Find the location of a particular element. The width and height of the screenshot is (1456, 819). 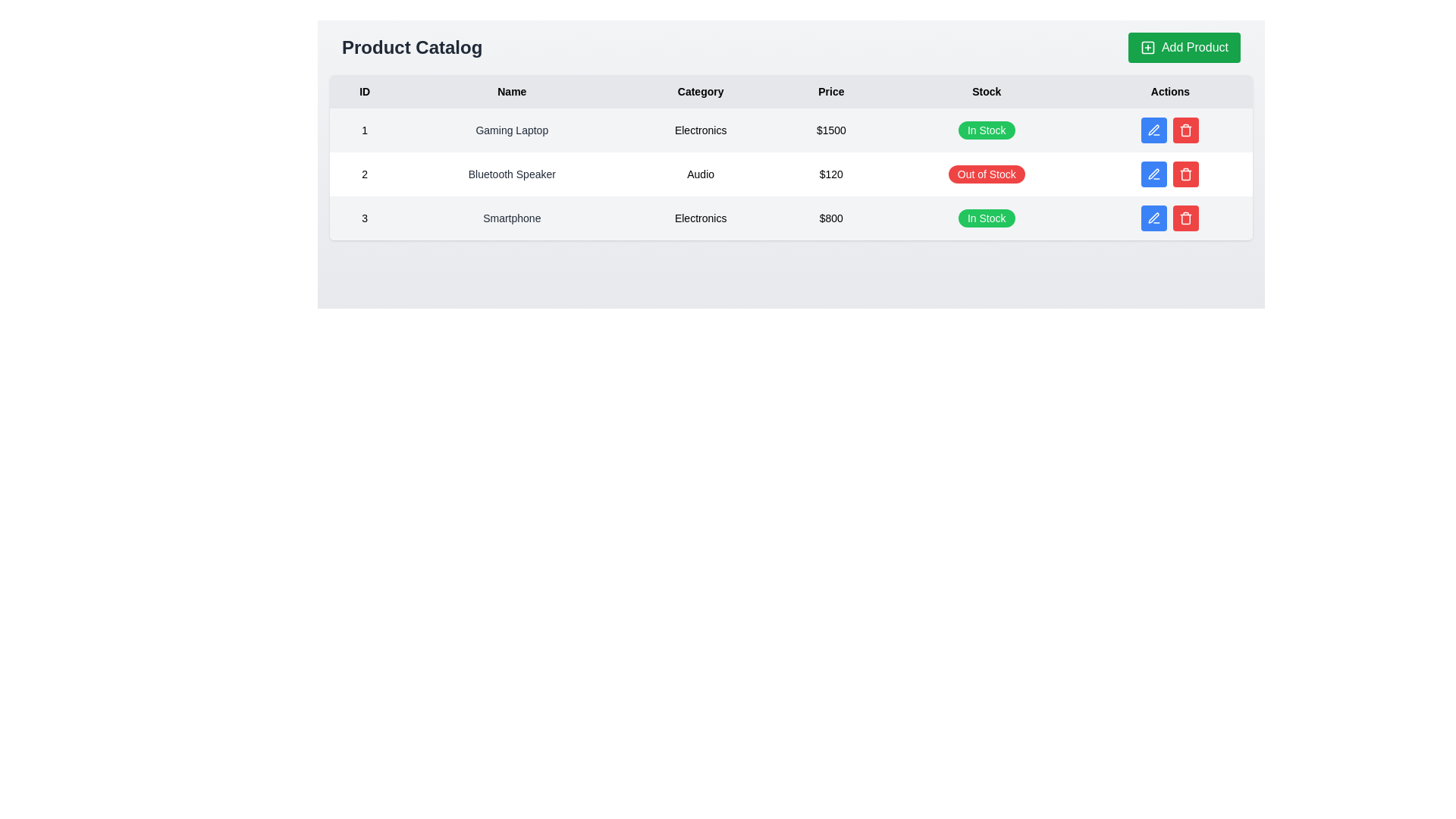

the 'Price' text label, which serves as a header for the price column in the table, located between 'Category' and 'Stock' is located at coordinates (830, 91).